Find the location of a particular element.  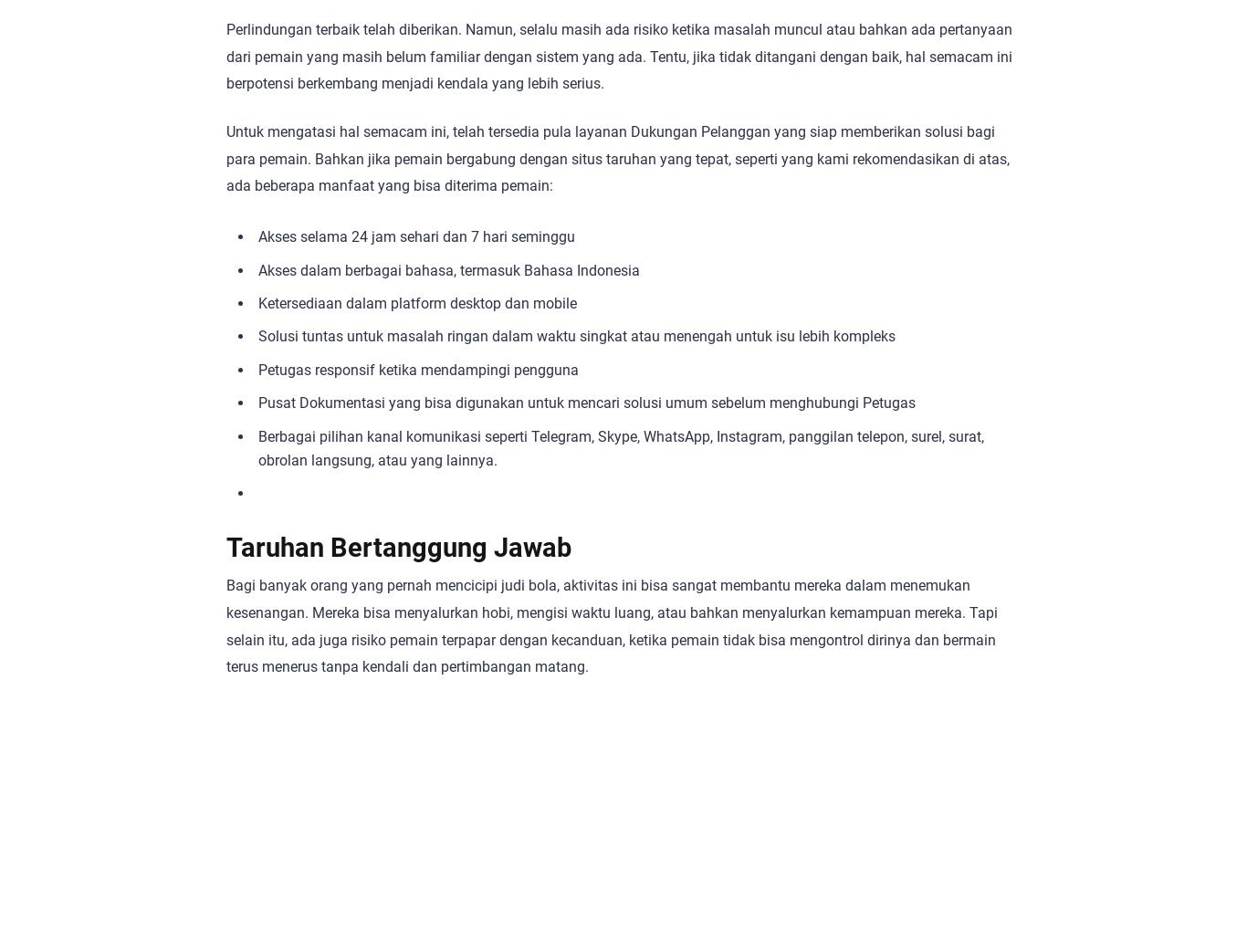

'Akses selama 24 jam sehari dan 7 hari seminggu' is located at coordinates (416, 236).